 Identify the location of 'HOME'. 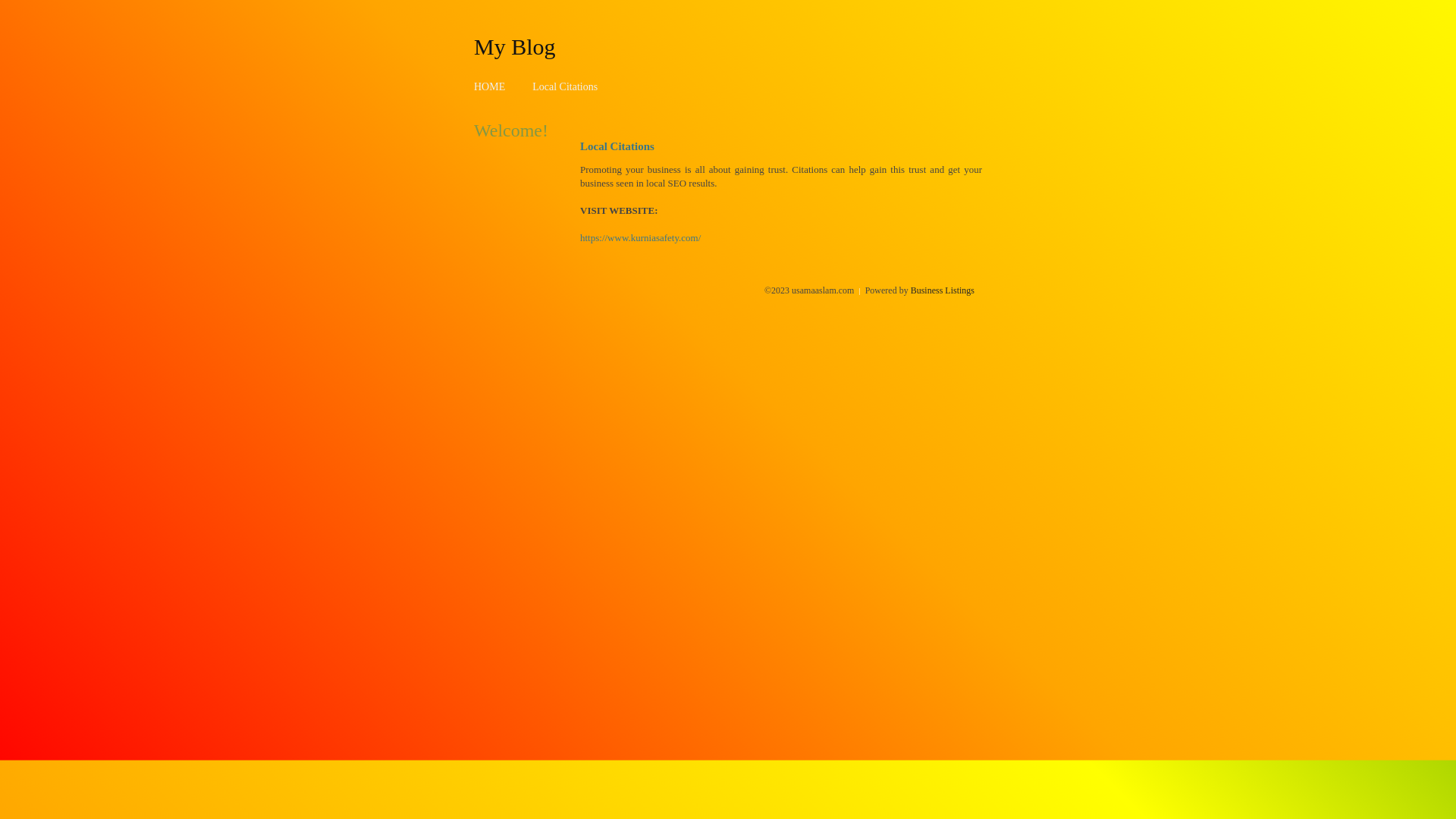
(489, 86).